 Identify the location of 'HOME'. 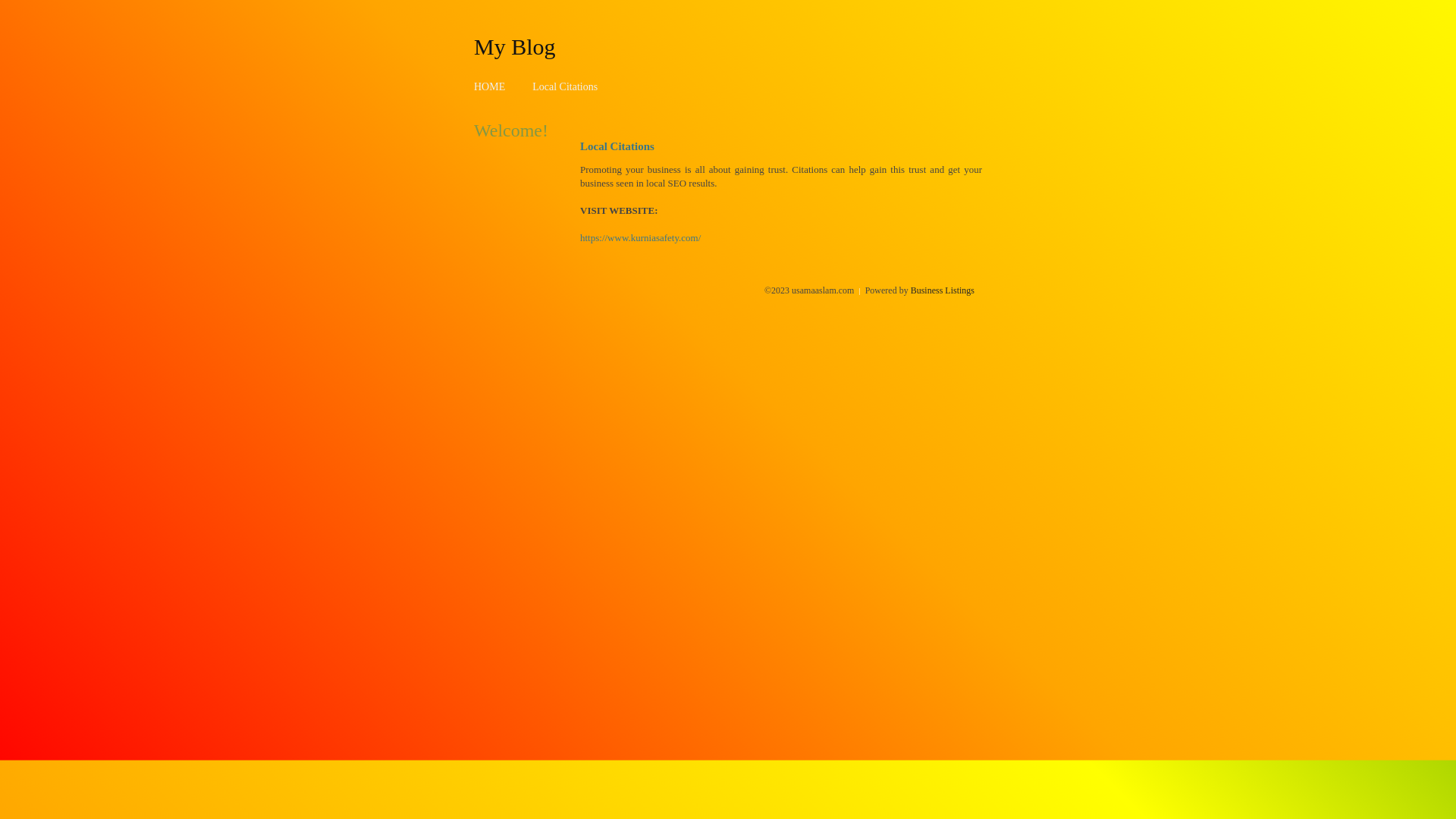
(489, 86).